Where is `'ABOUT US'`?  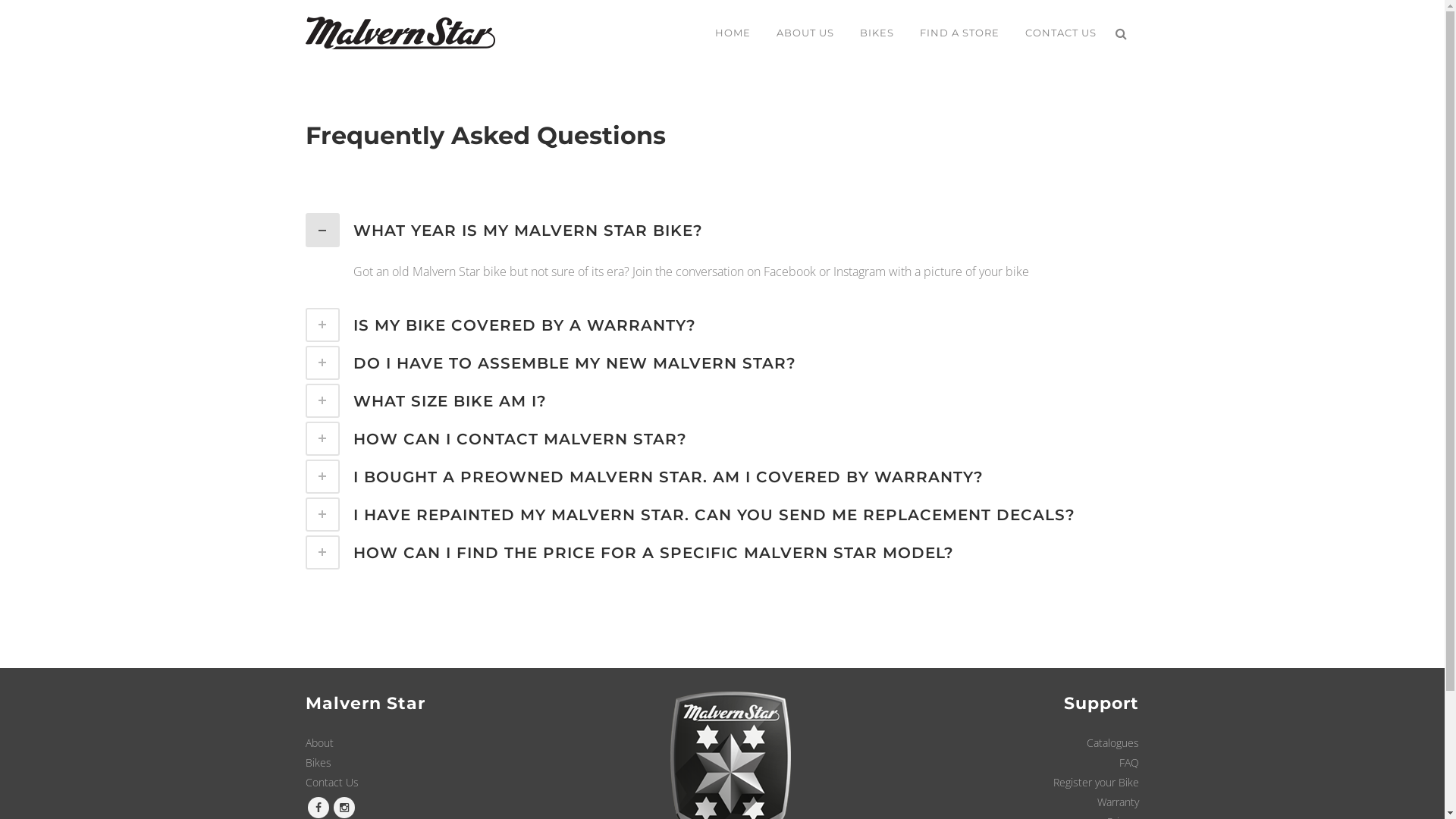 'ABOUT US' is located at coordinates (803, 32).